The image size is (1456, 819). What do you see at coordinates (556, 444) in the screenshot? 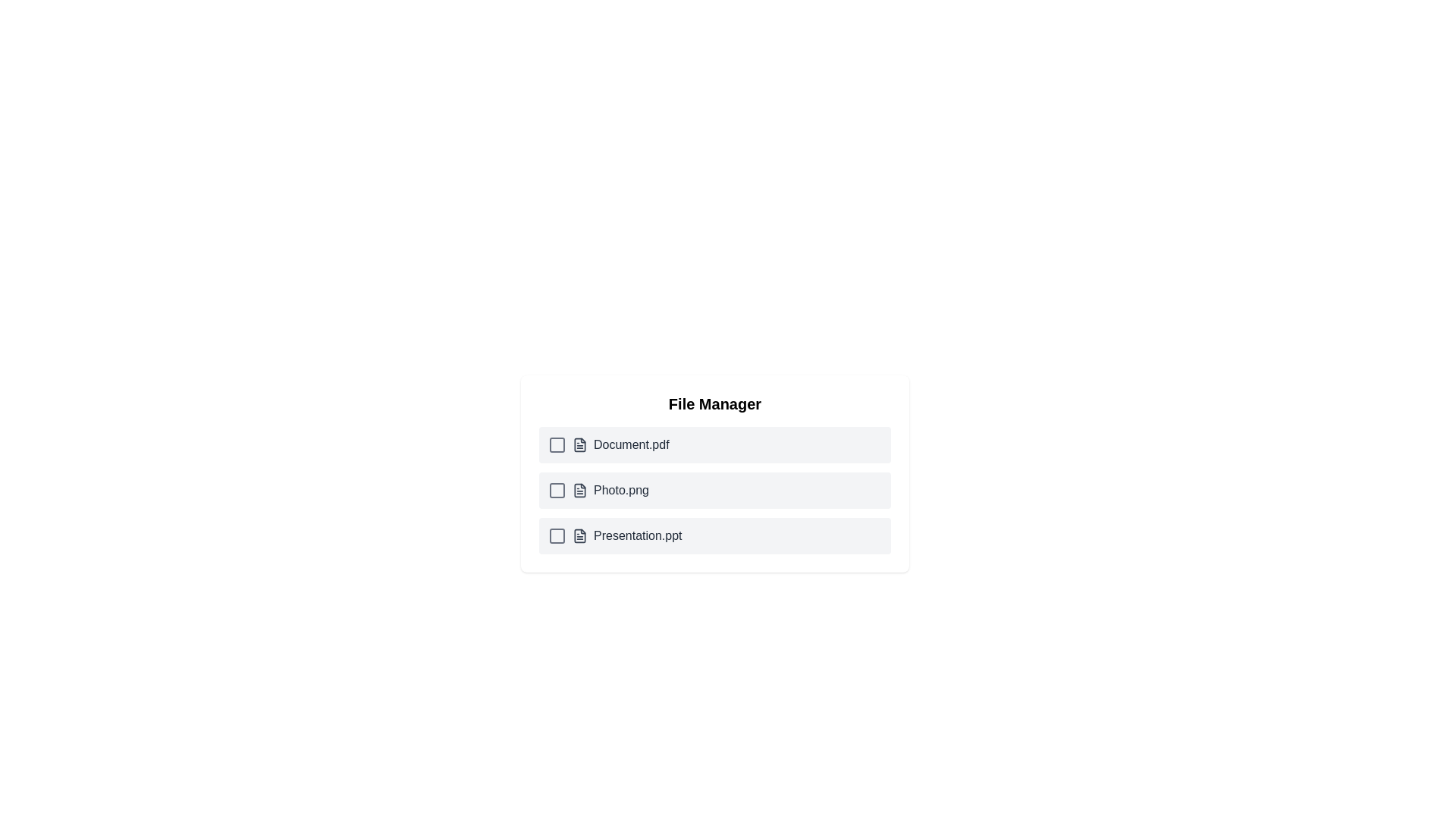
I see `the icon representing the 'Document.pdf' item` at bounding box center [556, 444].